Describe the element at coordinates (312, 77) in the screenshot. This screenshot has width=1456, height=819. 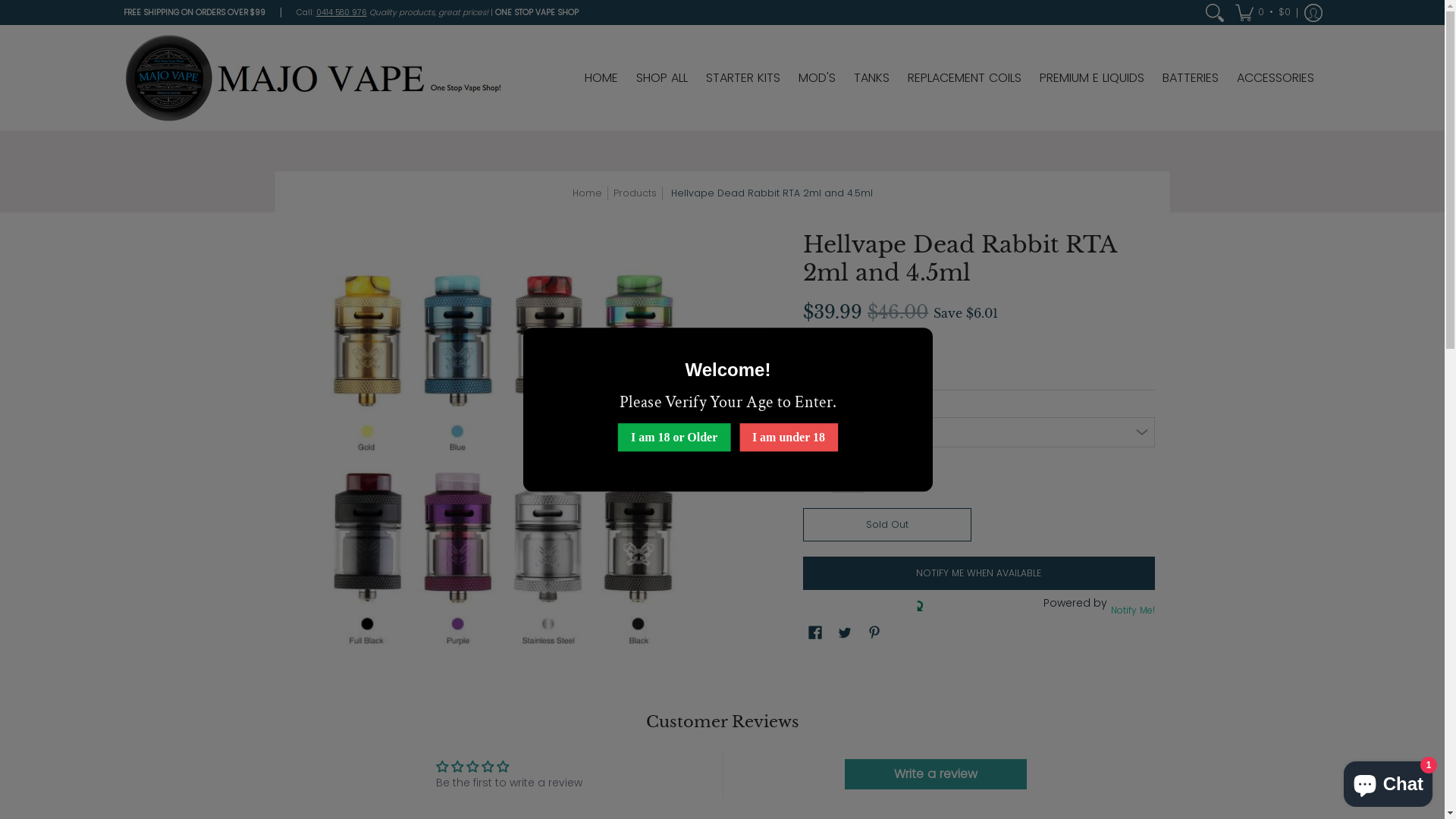
I see `'MajoVape '` at that location.